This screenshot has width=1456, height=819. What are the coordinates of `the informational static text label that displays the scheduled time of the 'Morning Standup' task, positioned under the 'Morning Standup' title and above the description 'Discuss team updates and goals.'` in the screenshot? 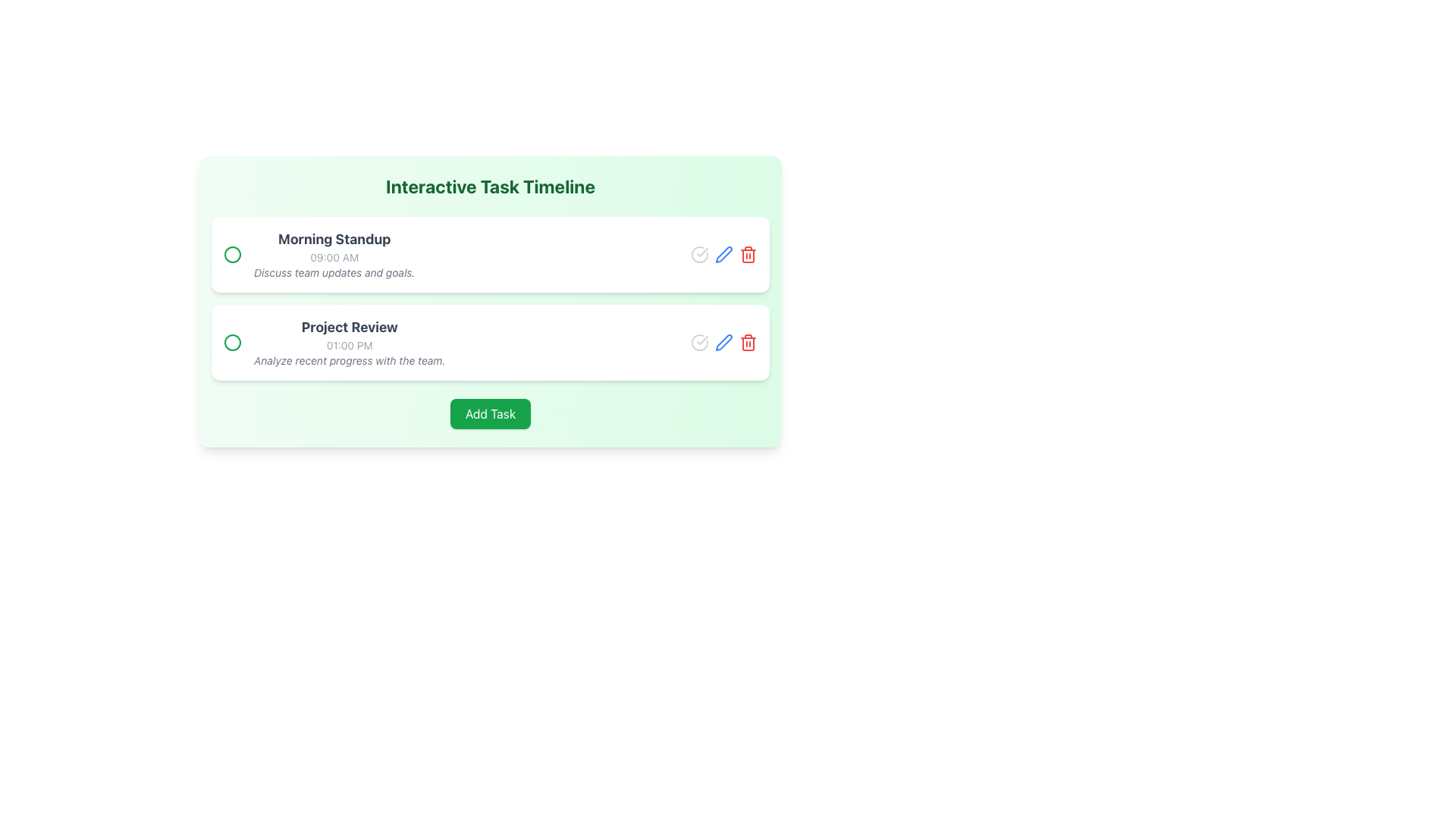 It's located at (334, 256).